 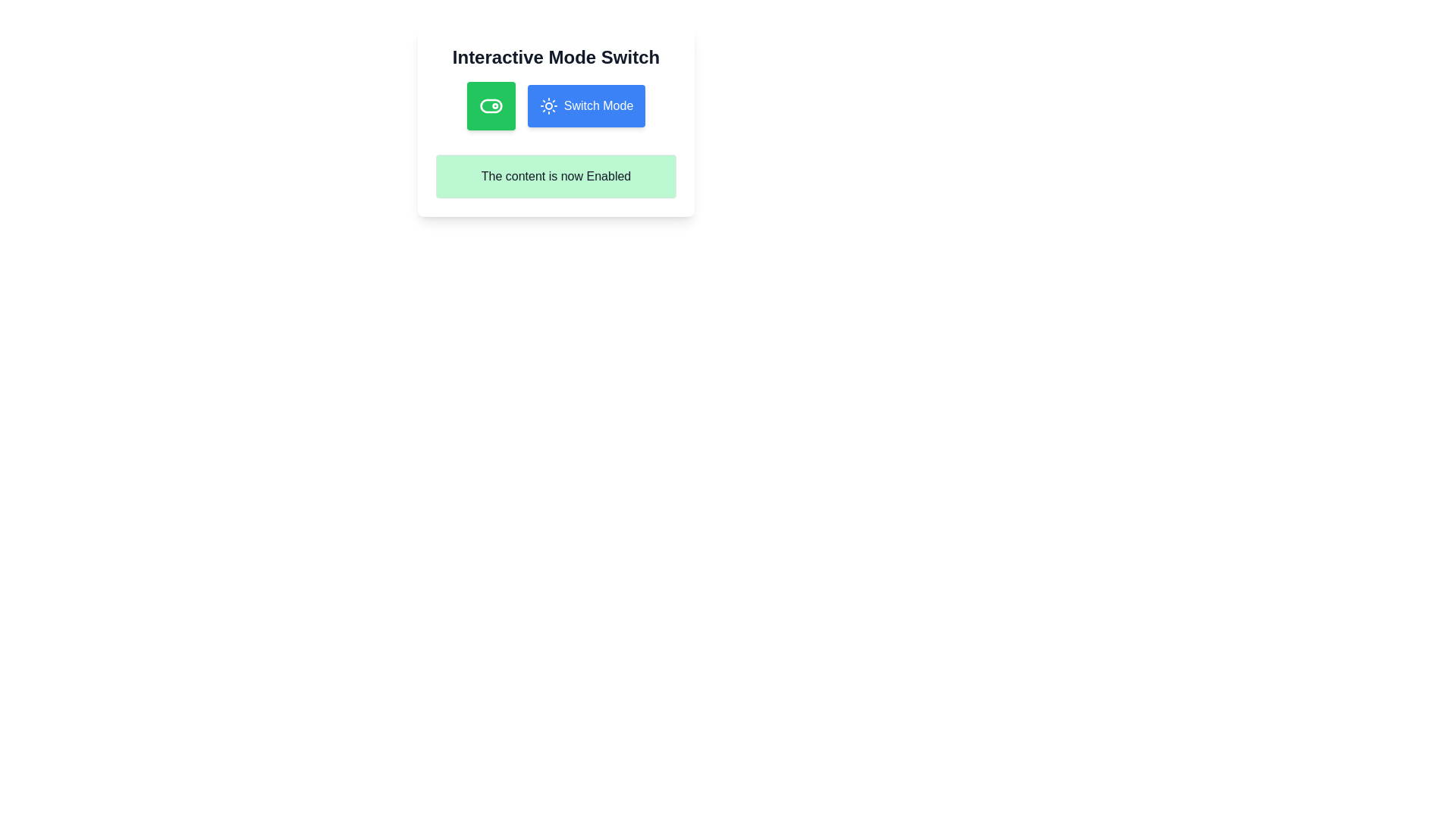 I want to click on the Vector icon toggle switch, which has a green oval background and a small white circle indicating it is in the 'On' state, located below the 'Interactive Mode Switch' title and to the left of the 'Switch Mode' blue button, so click(x=491, y=105).